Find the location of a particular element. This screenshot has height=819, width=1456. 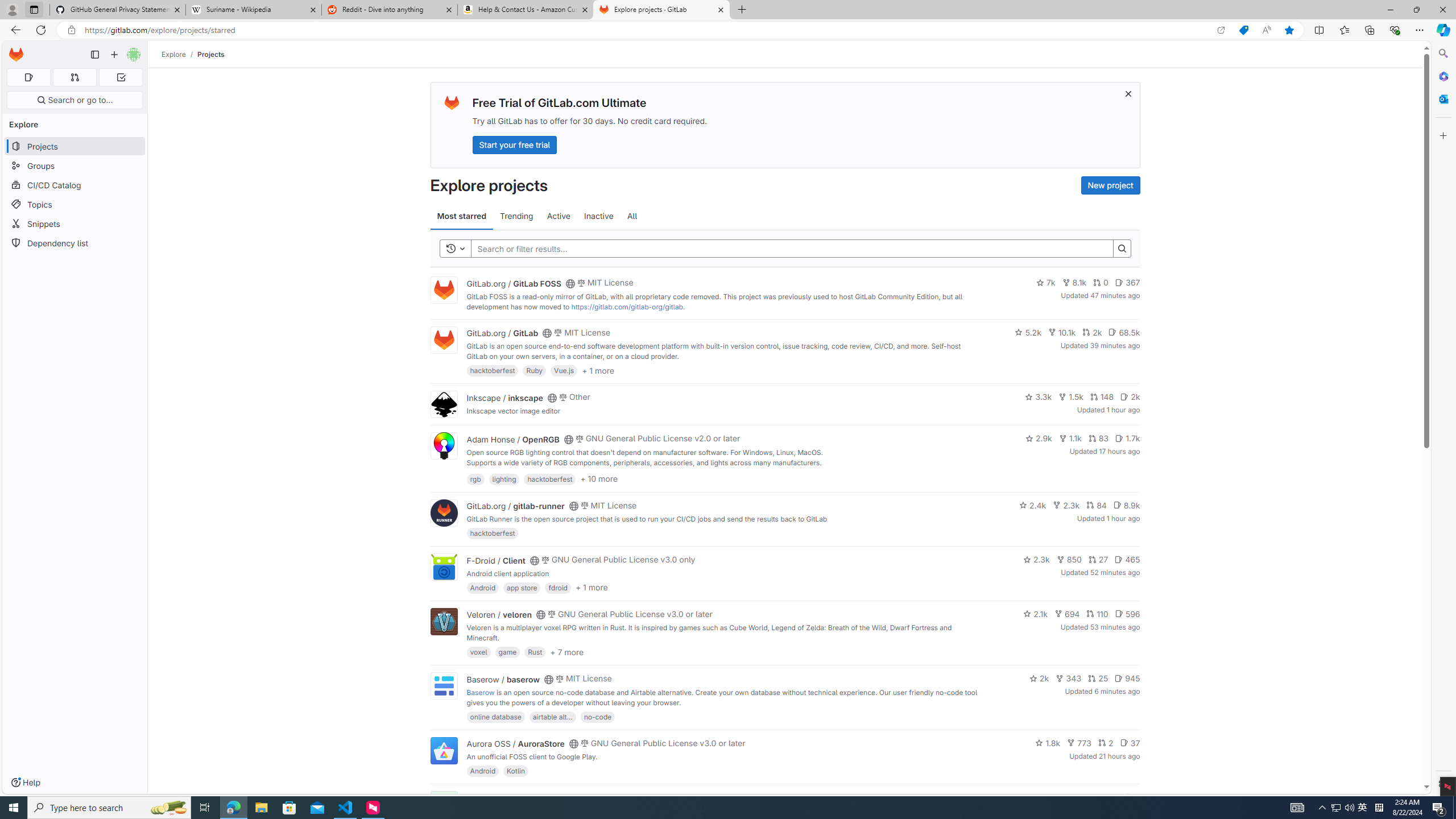

'1.1k' is located at coordinates (1069, 438).